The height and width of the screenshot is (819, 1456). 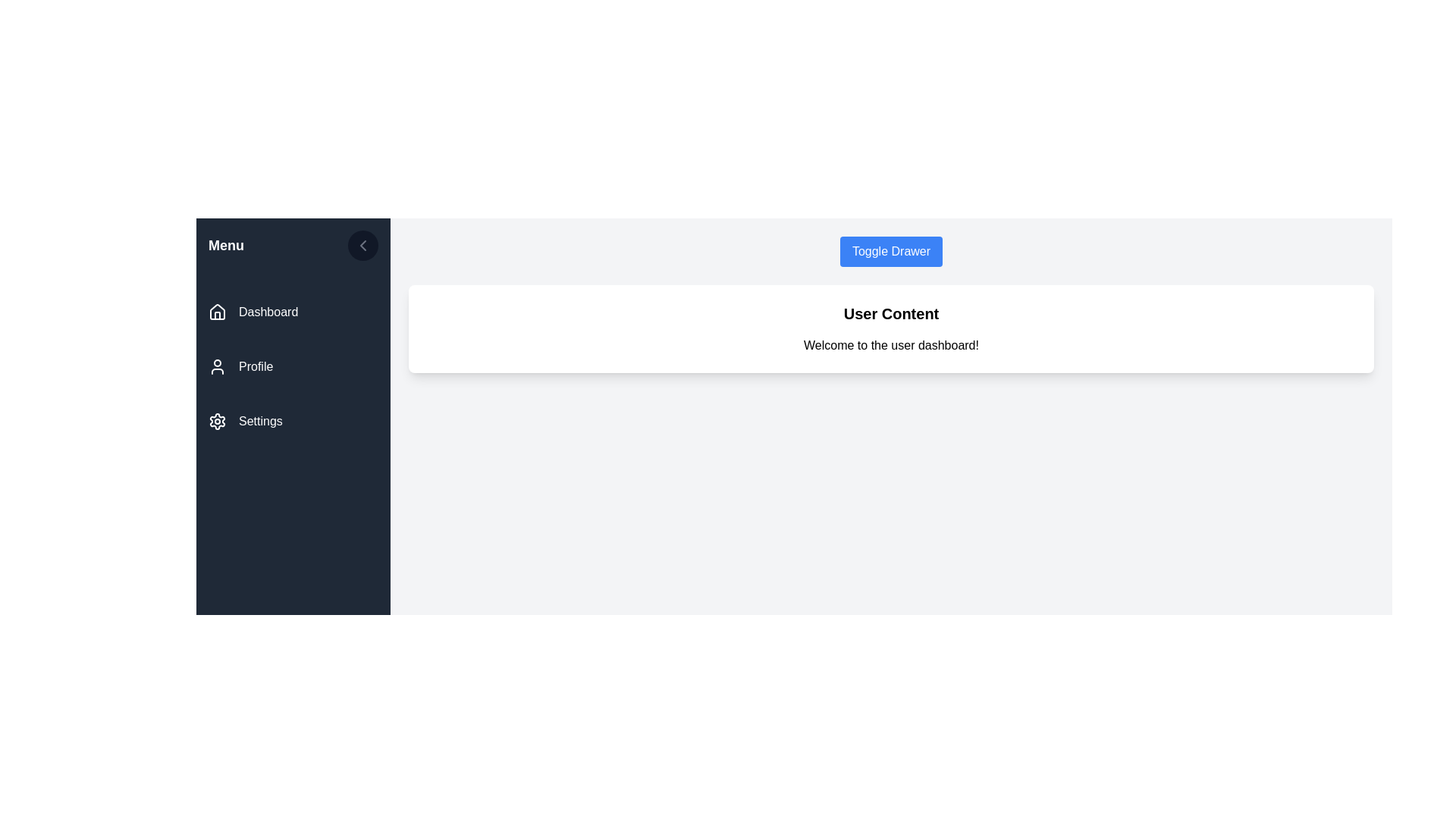 What do you see at coordinates (260, 421) in the screenshot?
I see `text label 'Settings' located in the left-side navigation panel, which is beneath the 'Profile' label` at bounding box center [260, 421].